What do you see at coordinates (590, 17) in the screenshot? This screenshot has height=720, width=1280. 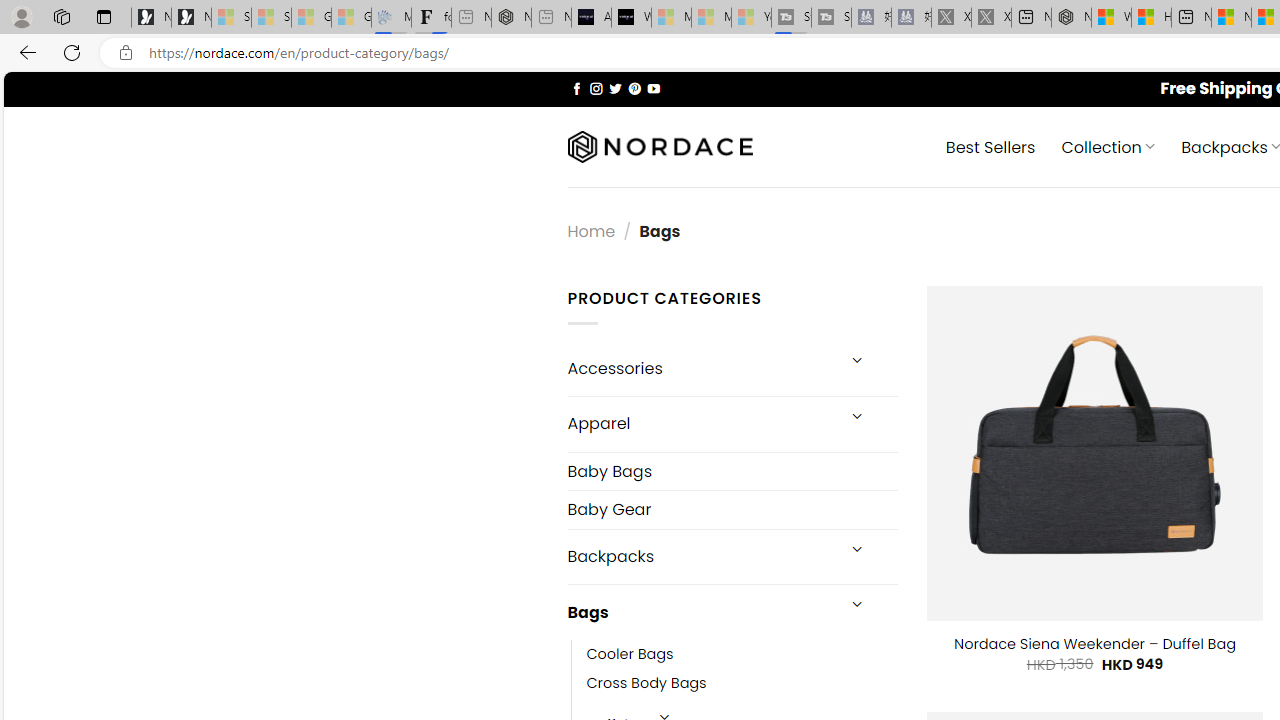 I see `'AI Voice Changer for PC and Mac - Voice.ai'` at bounding box center [590, 17].